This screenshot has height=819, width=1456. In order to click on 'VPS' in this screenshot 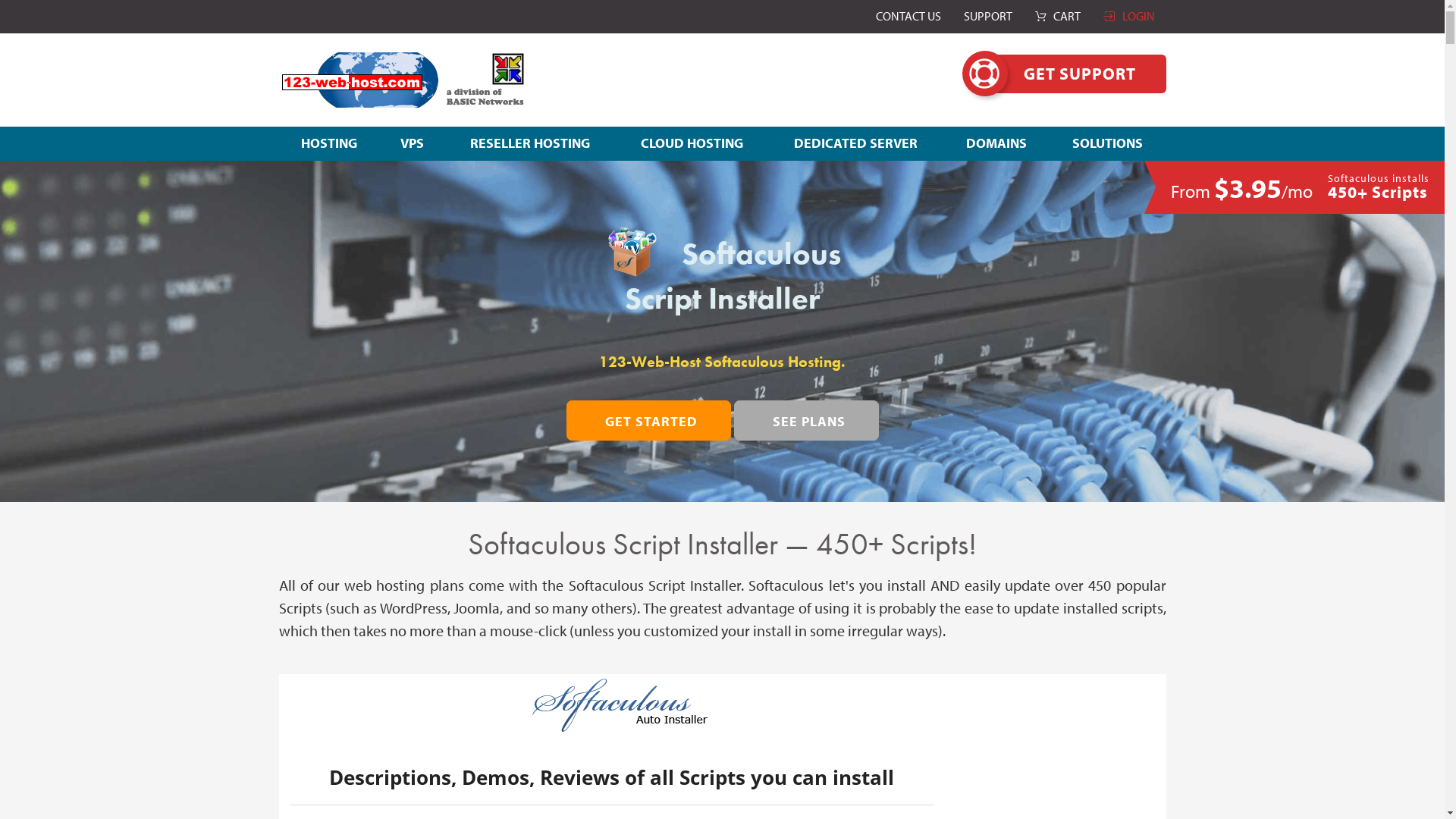, I will do `click(389, 143)`.